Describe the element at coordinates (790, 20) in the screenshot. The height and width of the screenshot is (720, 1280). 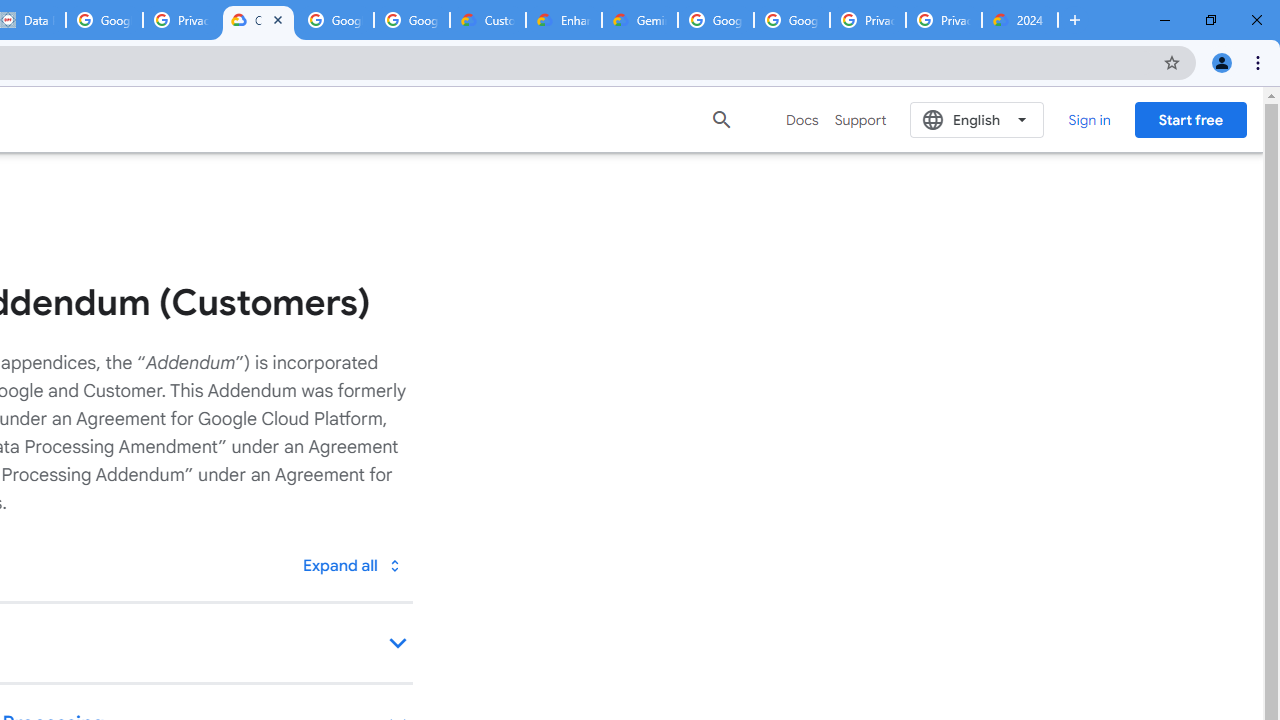
I see `'Google Cloud Platform'` at that location.